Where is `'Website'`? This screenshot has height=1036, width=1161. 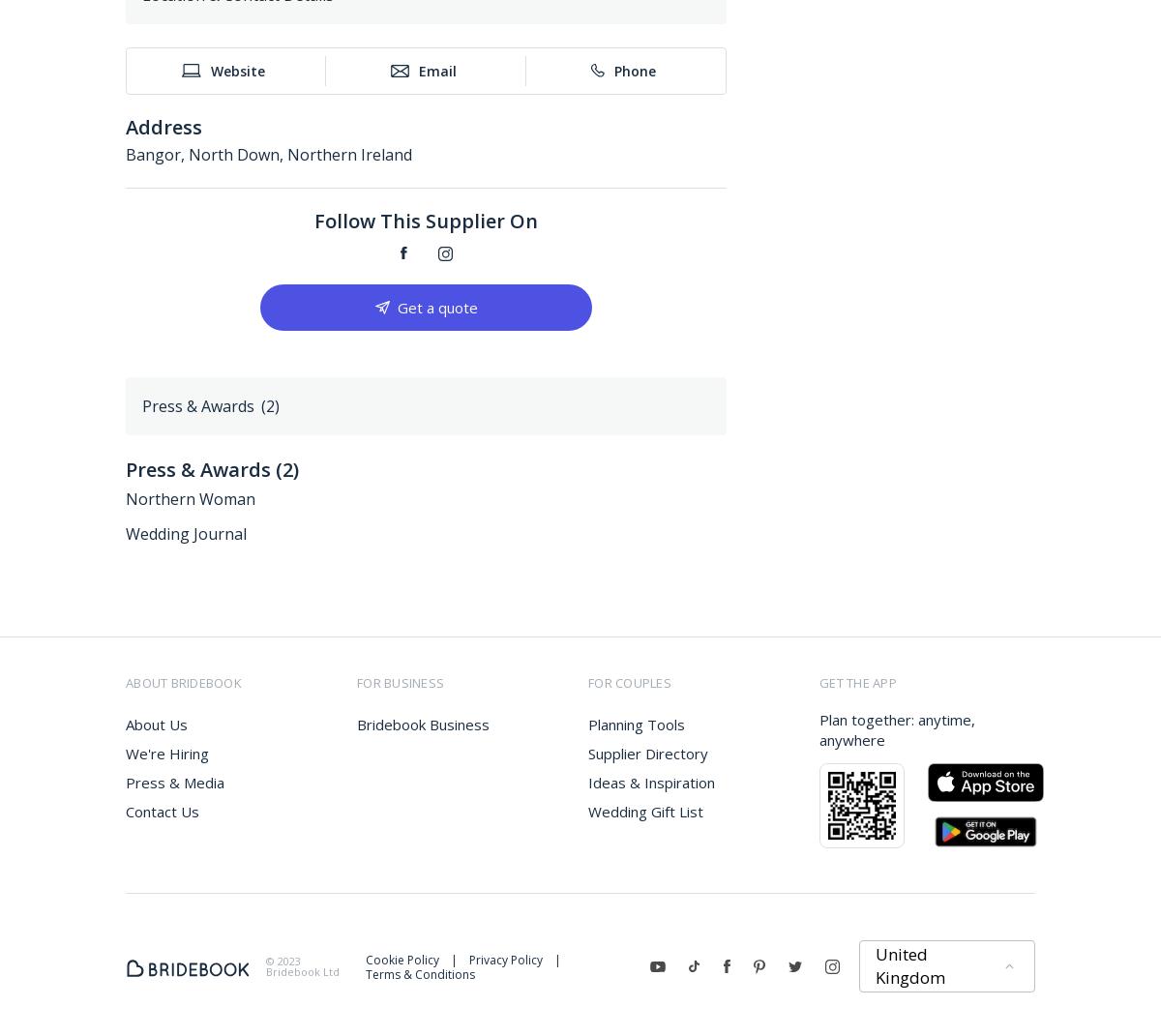 'Website' is located at coordinates (236, 69).